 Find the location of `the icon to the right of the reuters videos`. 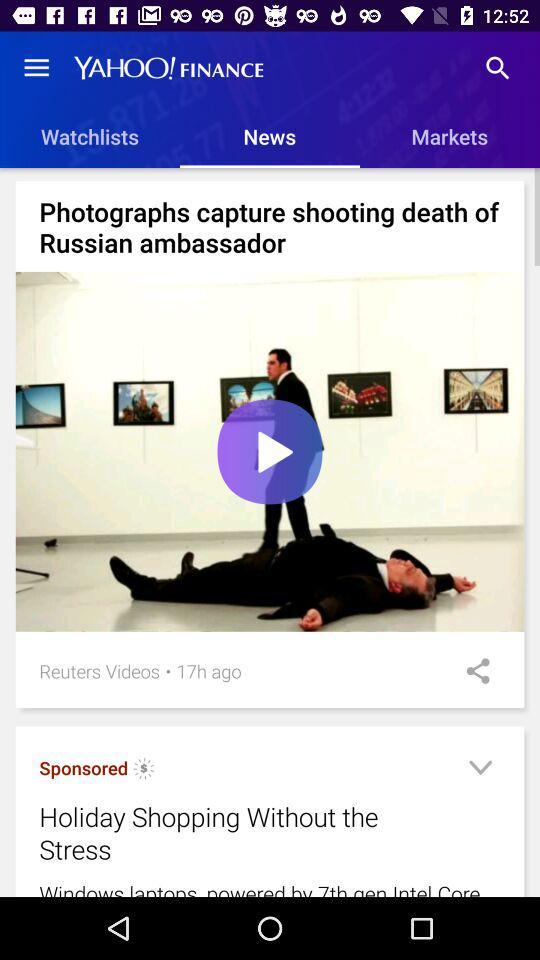

the icon to the right of the reuters videos is located at coordinates (167, 671).